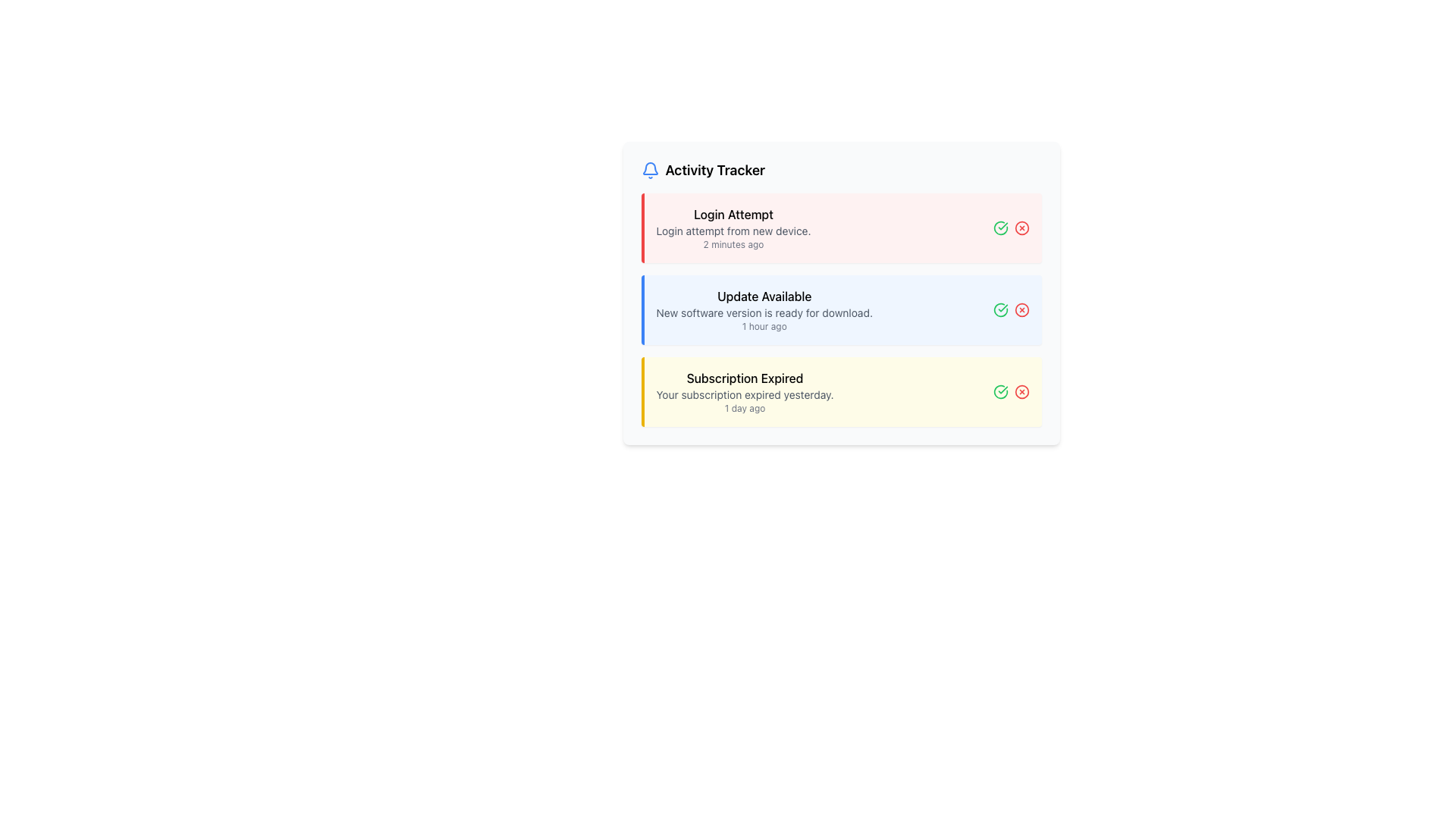 The width and height of the screenshot is (1456, 819). What do you see at coordinates (745, 391) in the screenshot?
I see `message in the Text notification block that informs the user about their expired subscription, located in the Activity Tracker section, positioned between the 'Update Available' notification and blank space` at bounding box center [745, 391].